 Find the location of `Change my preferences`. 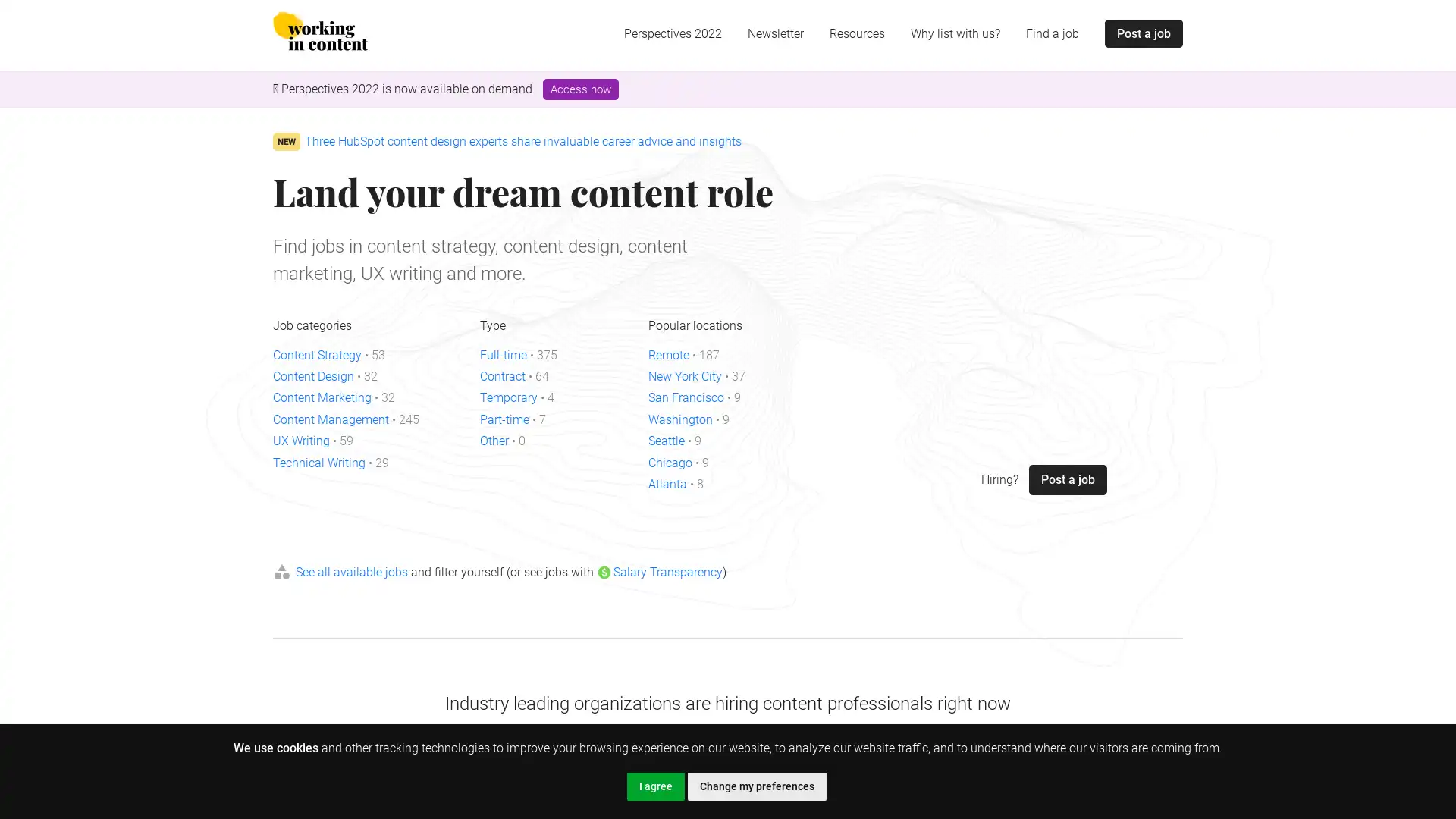

Change my preferences is located at coordinates (756, 786).